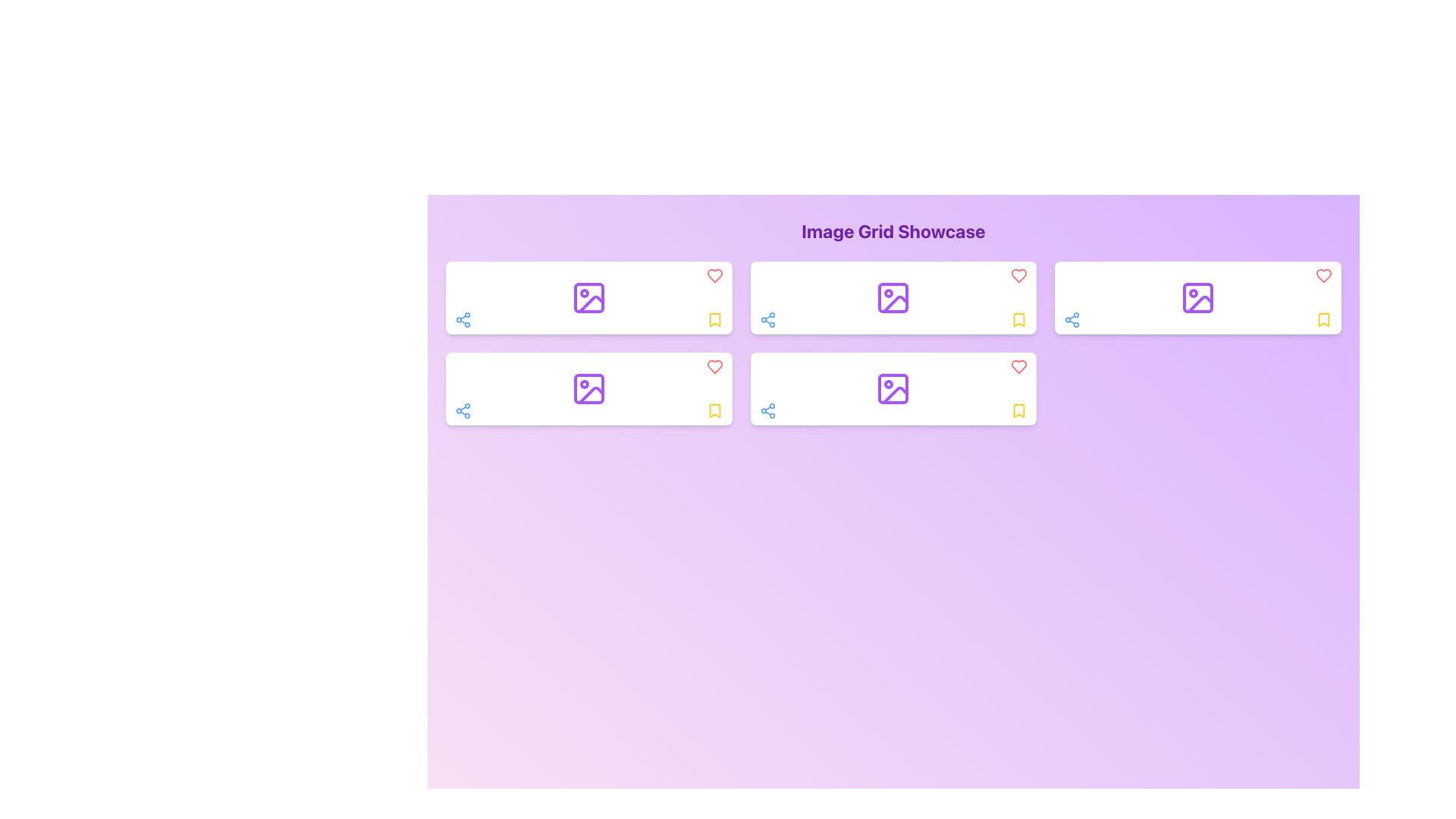 The image size is (1456, 819). I want to click on the purple photo icon with rounded corners that depicts a mountain and a circle, located in the top row of the 'Image Grid Showcase', so click(893, 298).